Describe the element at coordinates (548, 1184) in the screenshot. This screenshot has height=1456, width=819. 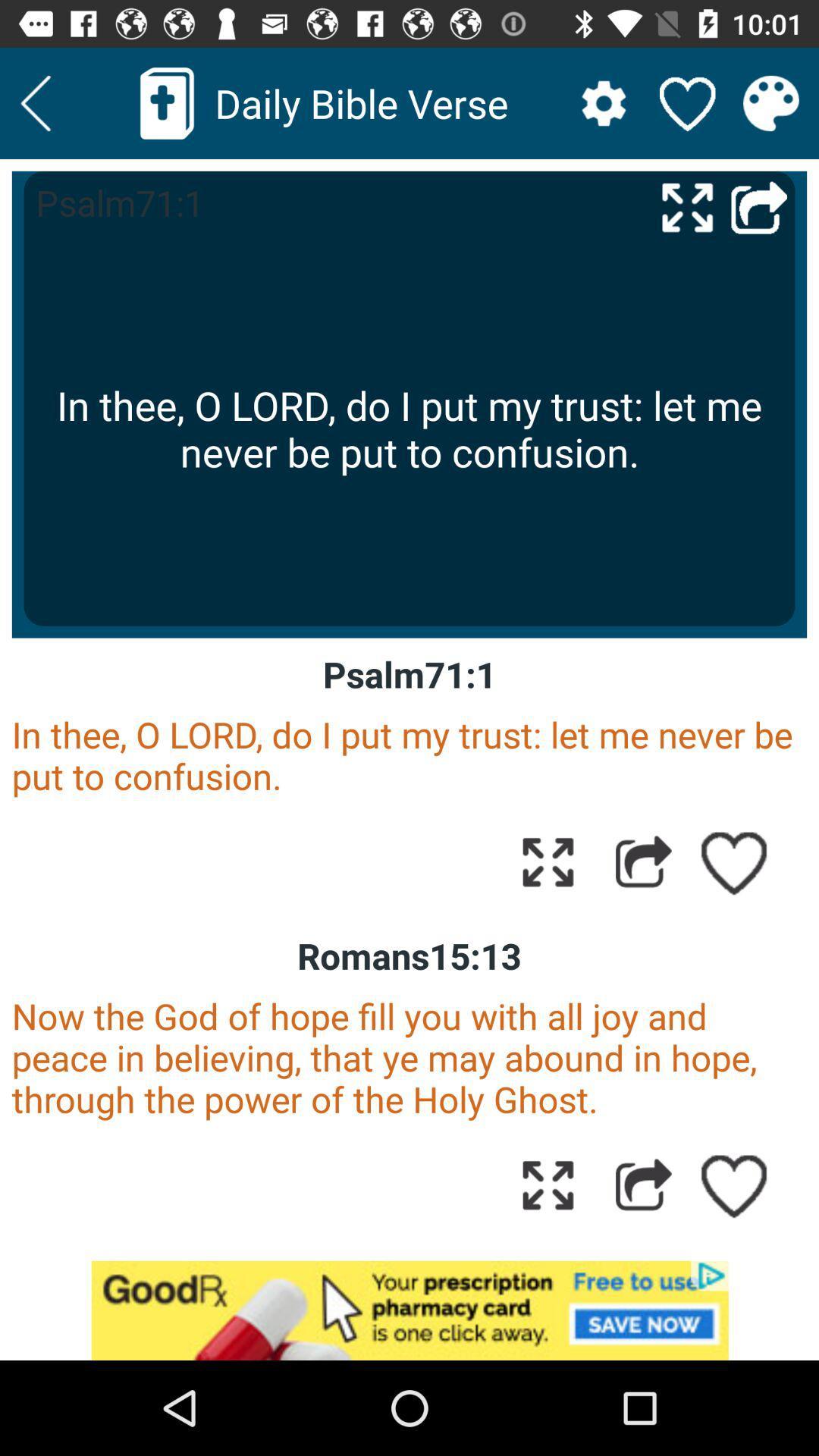
I see `expand` at that location.